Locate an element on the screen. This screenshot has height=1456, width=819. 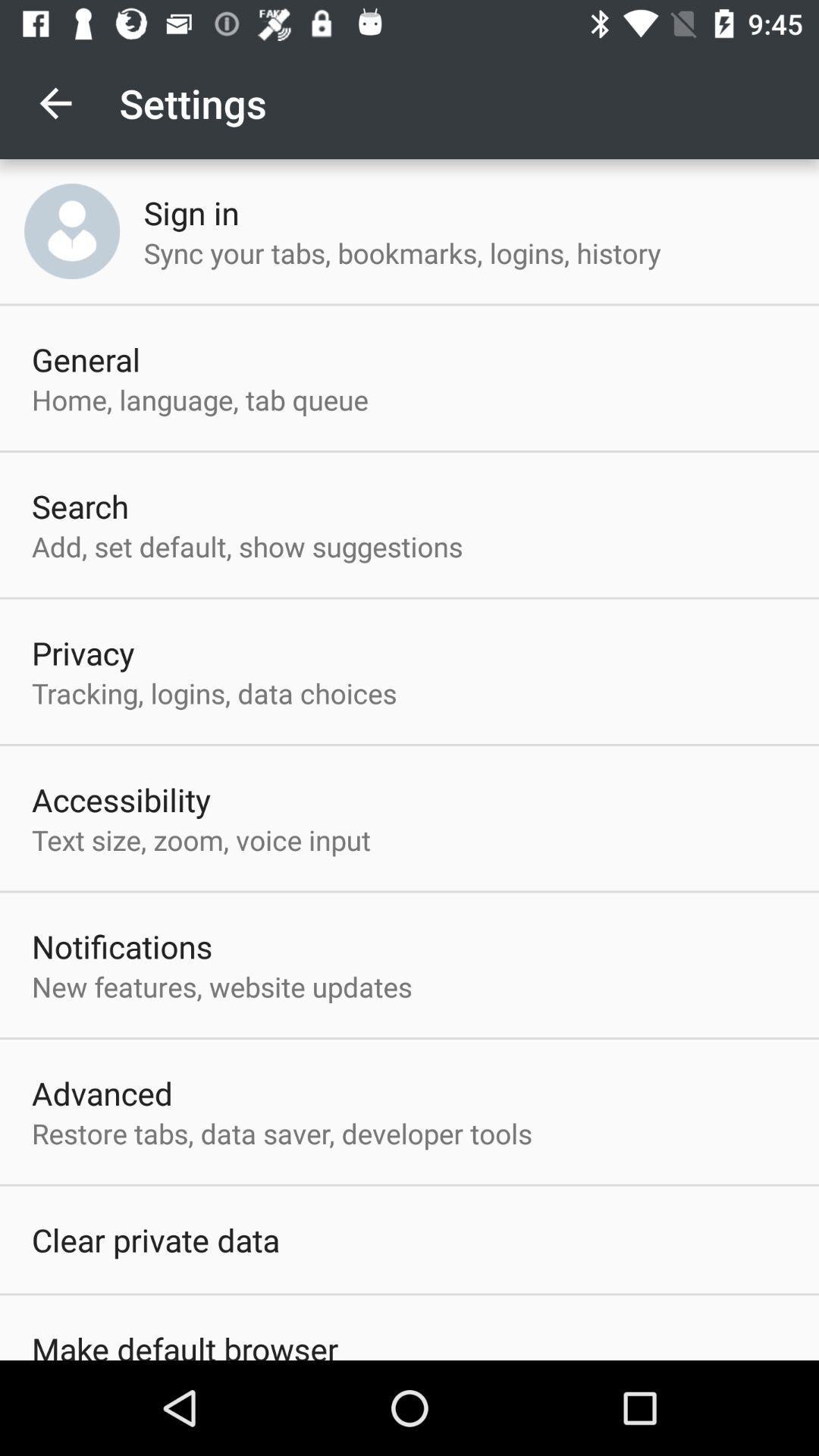
item above new features website item is located at coordinates (121, 946).